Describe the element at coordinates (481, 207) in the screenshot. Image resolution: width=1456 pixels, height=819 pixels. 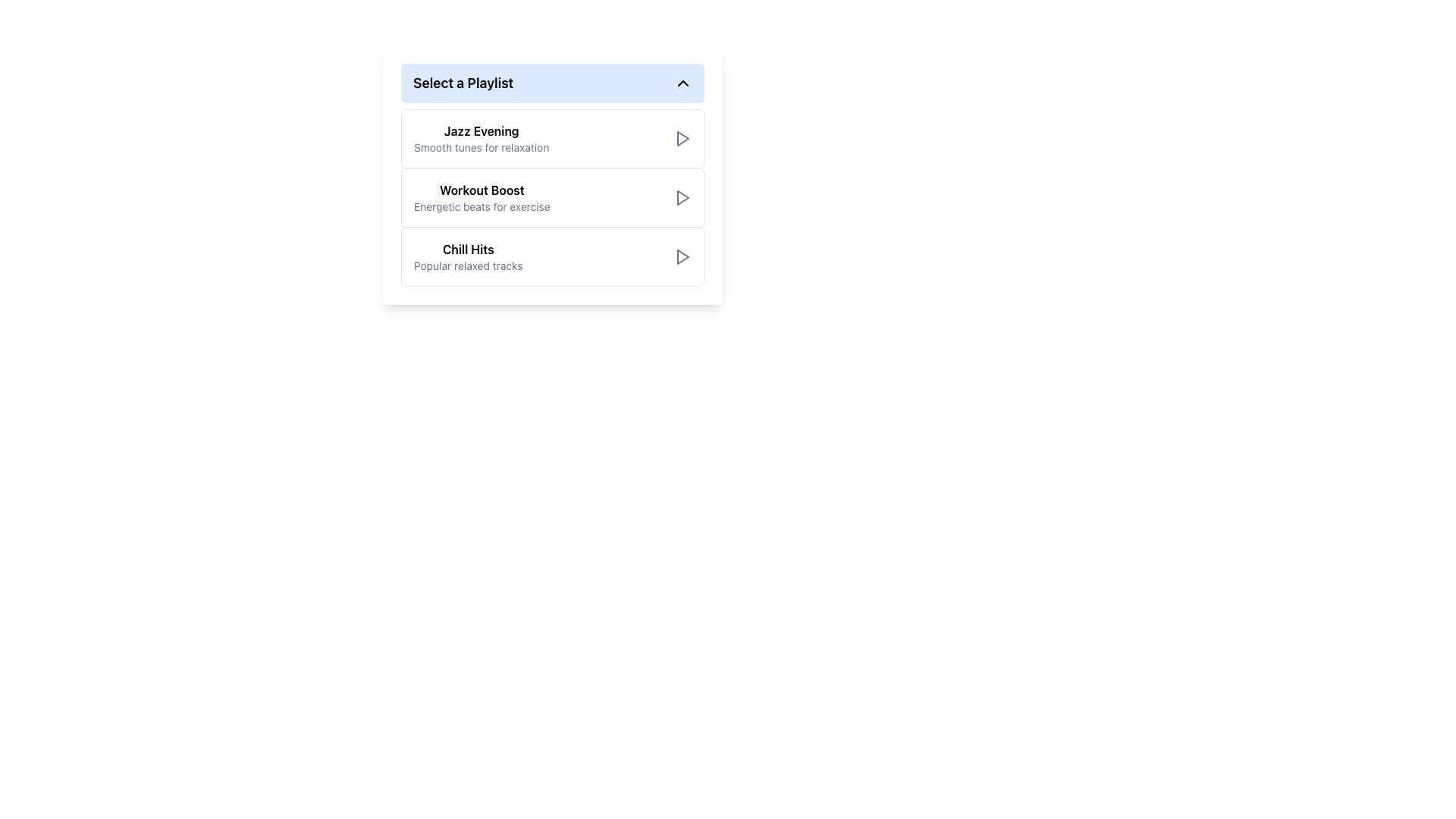
I see `the descriptive text element that provides supplementary information about the playlist titled 'Workout Boost', located in the second card of the playlist selection list` at that location.